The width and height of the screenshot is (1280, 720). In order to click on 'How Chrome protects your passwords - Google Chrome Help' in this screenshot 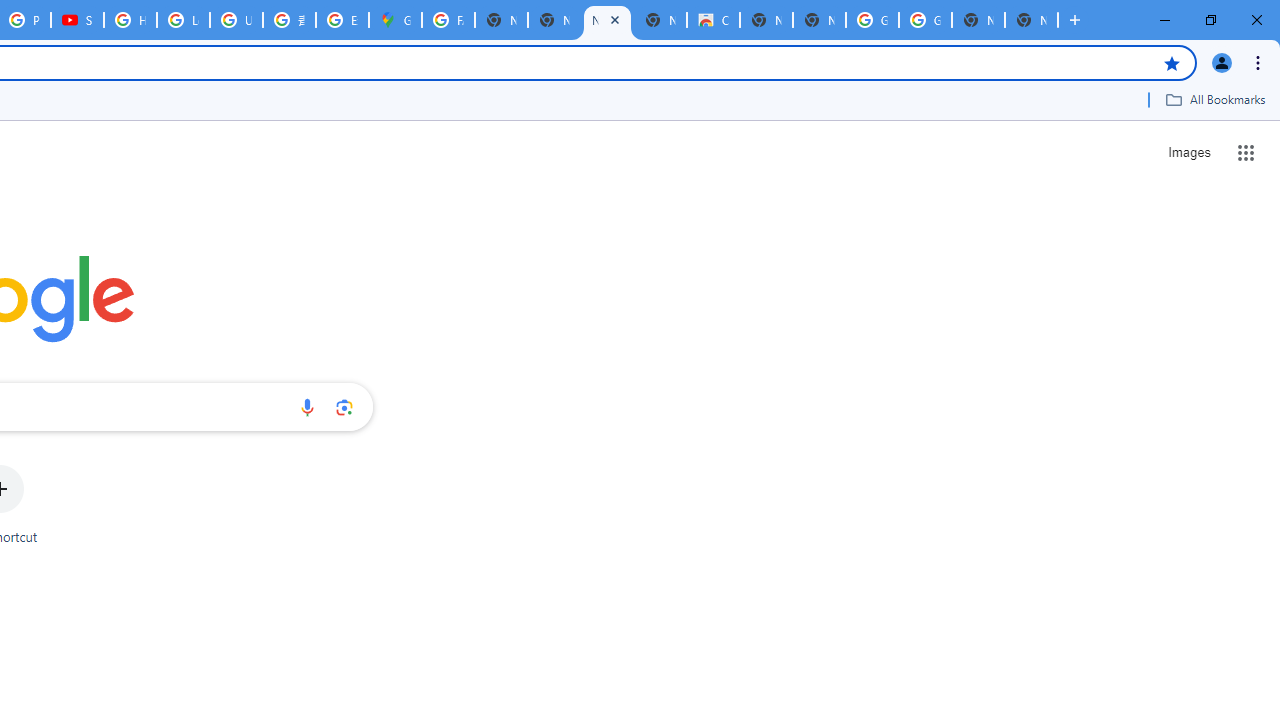, I will do `click(129, 20)`.